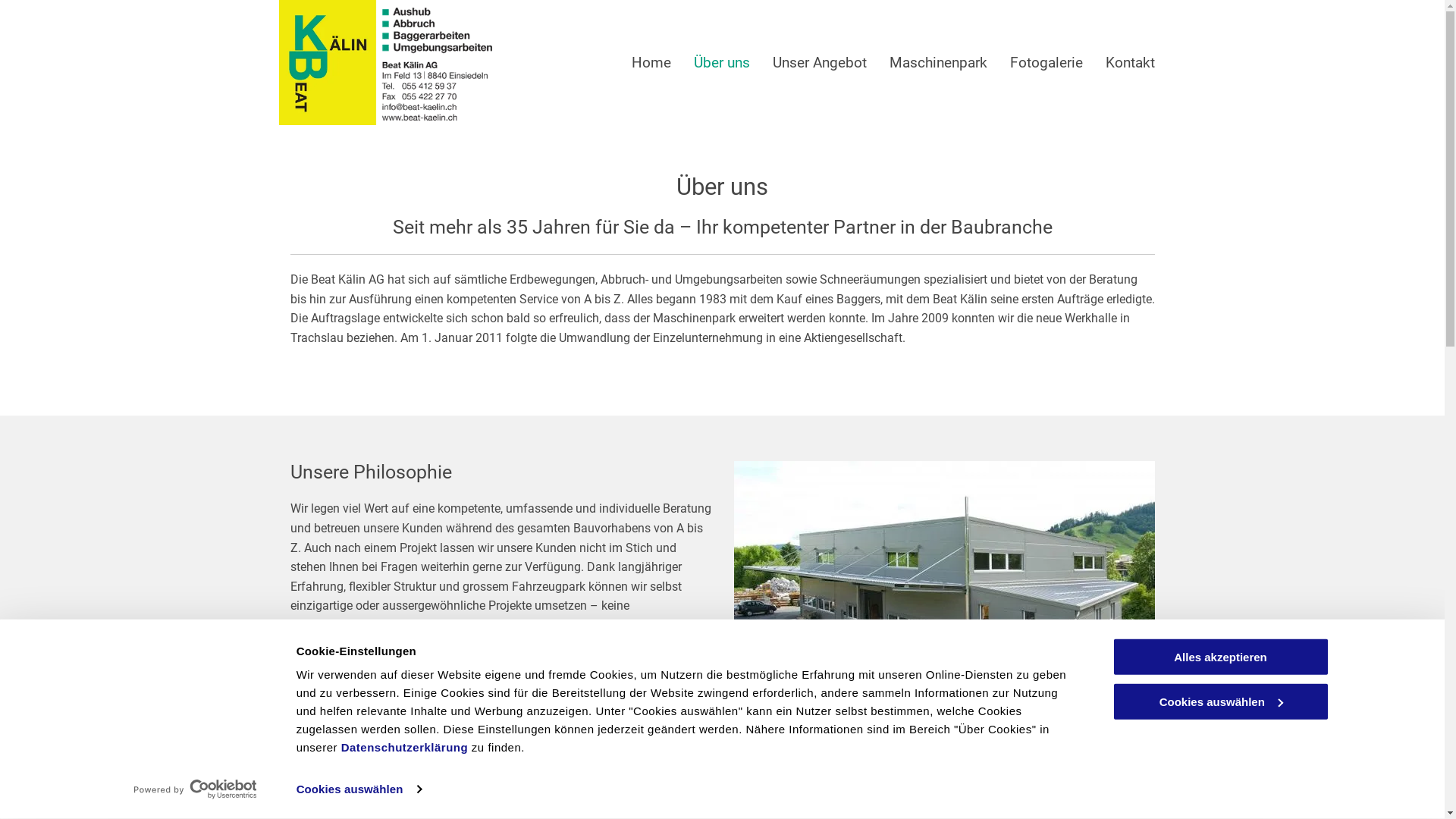 Image resolution: width=1456 pixels, height=819 pixels. I want to click on 'Fotogalerie', so click(1046, 61).